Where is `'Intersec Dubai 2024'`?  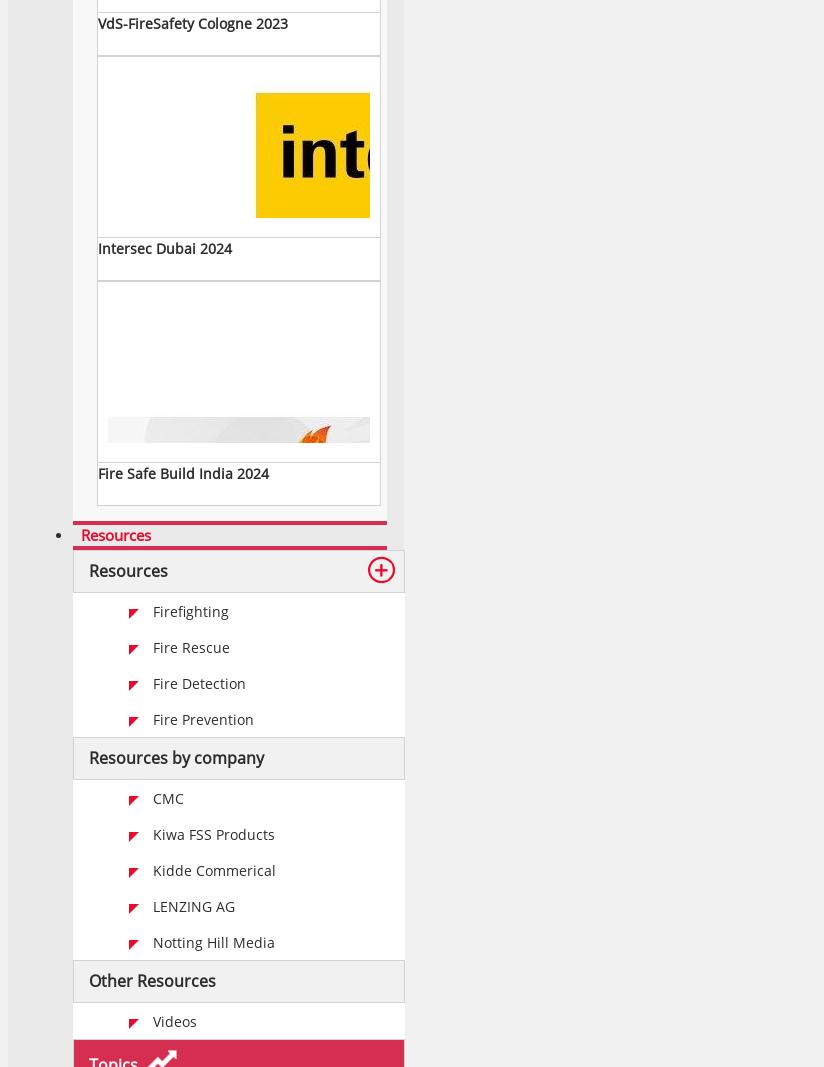
'Intersec Dubai 2024' is located at coordinates (96, 248).